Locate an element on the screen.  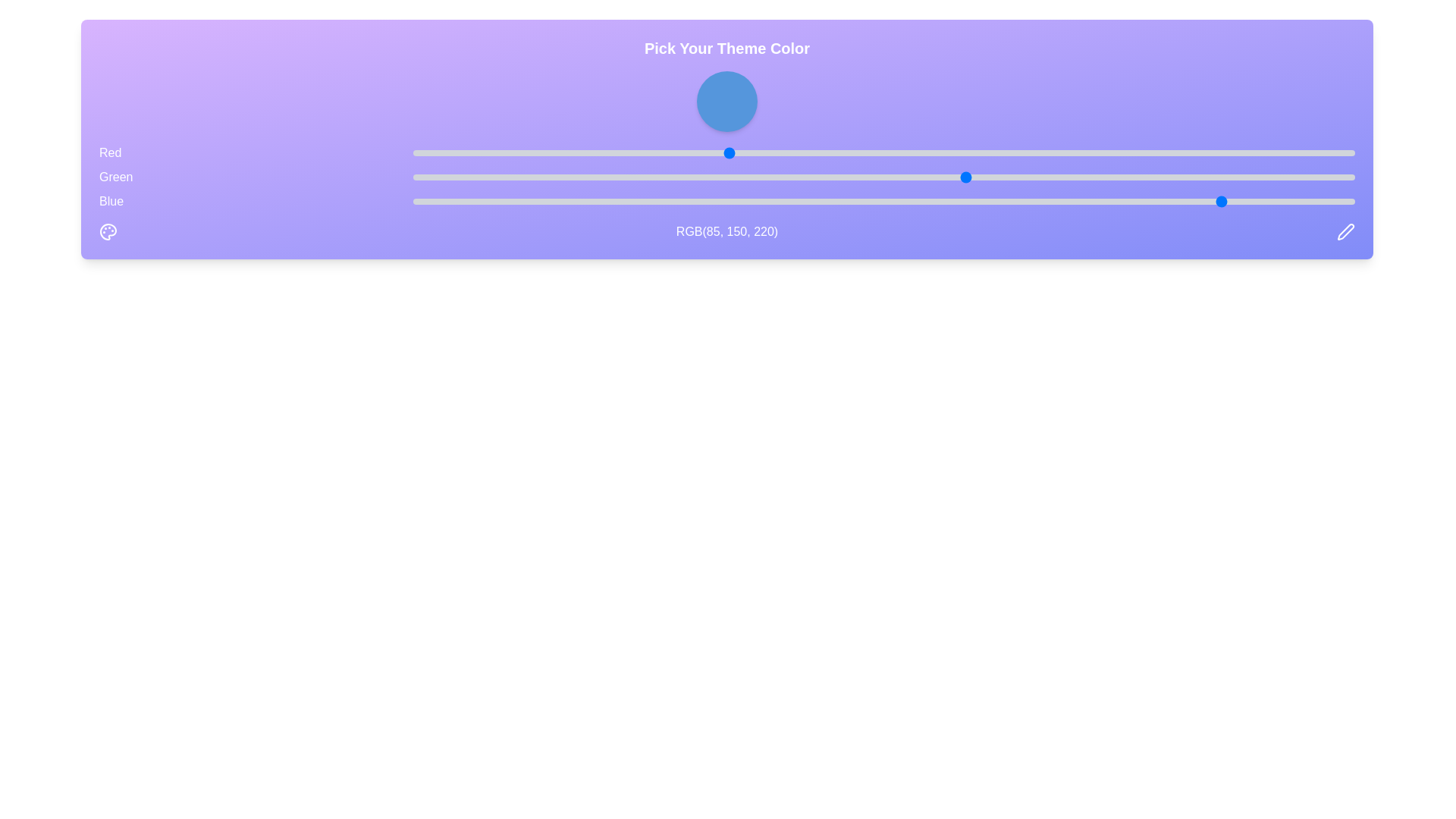
the green color intensity is located at coordinates (553, 177).